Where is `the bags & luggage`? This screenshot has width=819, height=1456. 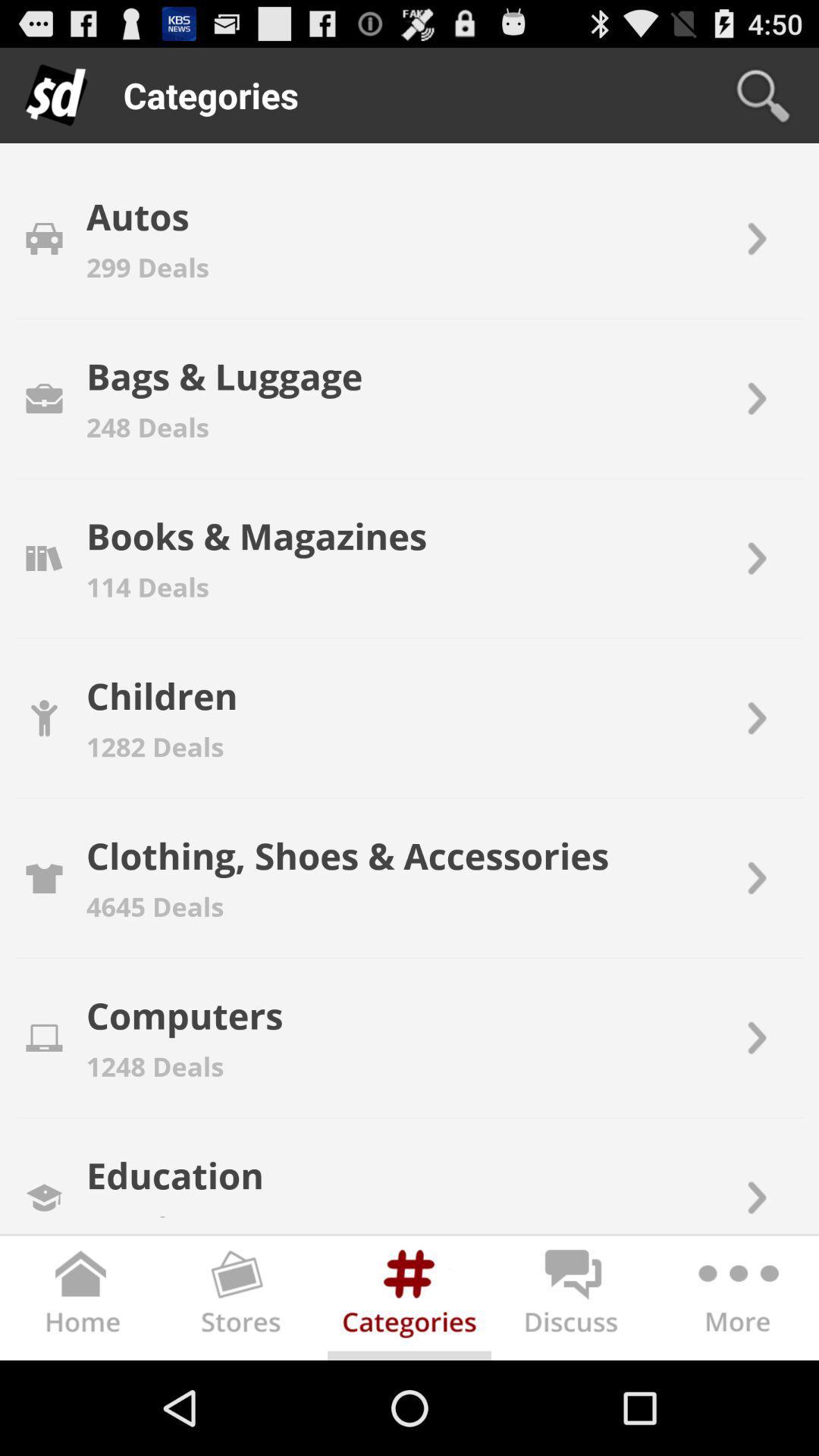
the bags & luggage is located at coordinates (224, 376).